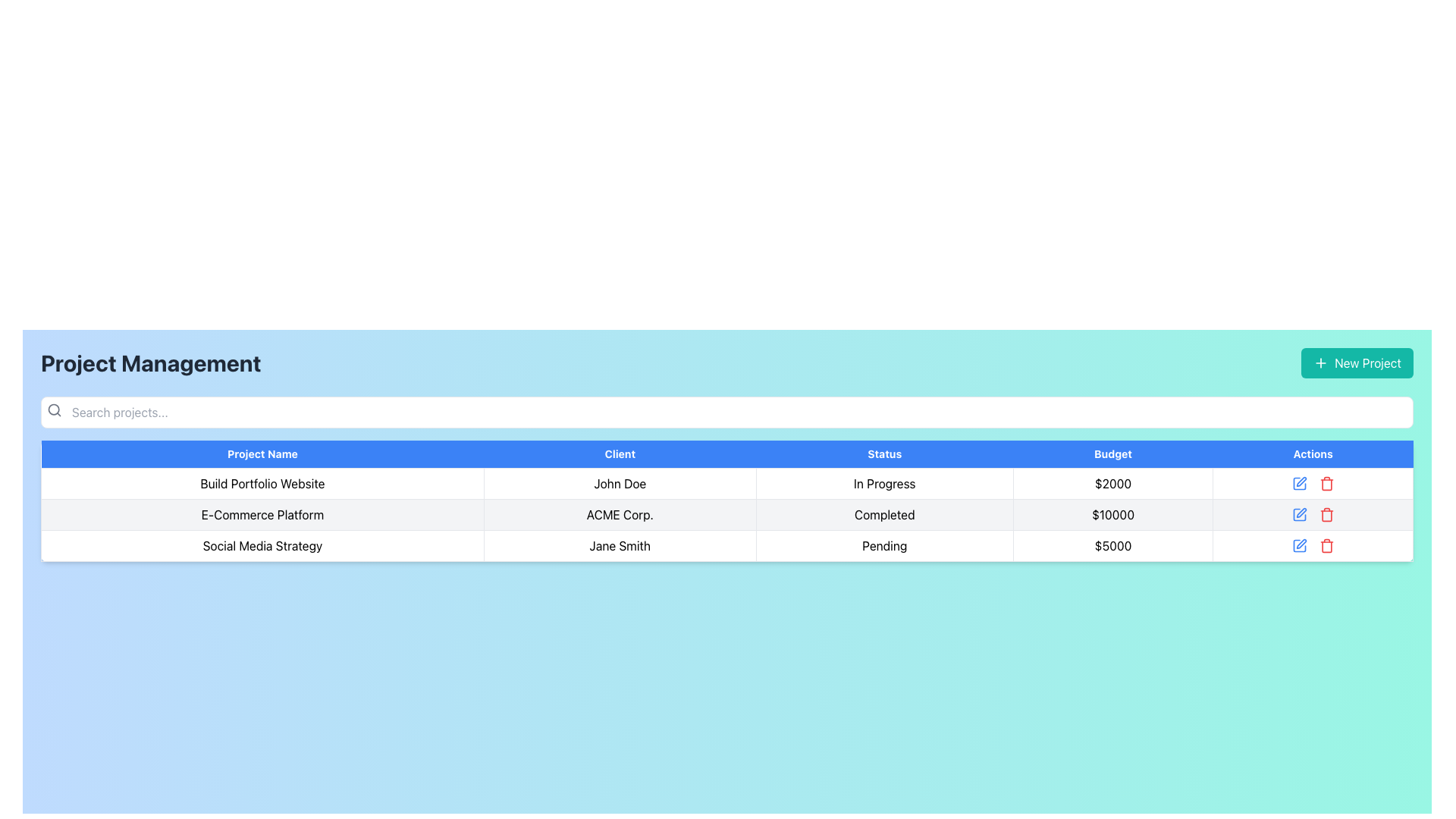  I want to click on the edit button located in the 'Actions' column of the first row in the data table, so click(1298, 483).